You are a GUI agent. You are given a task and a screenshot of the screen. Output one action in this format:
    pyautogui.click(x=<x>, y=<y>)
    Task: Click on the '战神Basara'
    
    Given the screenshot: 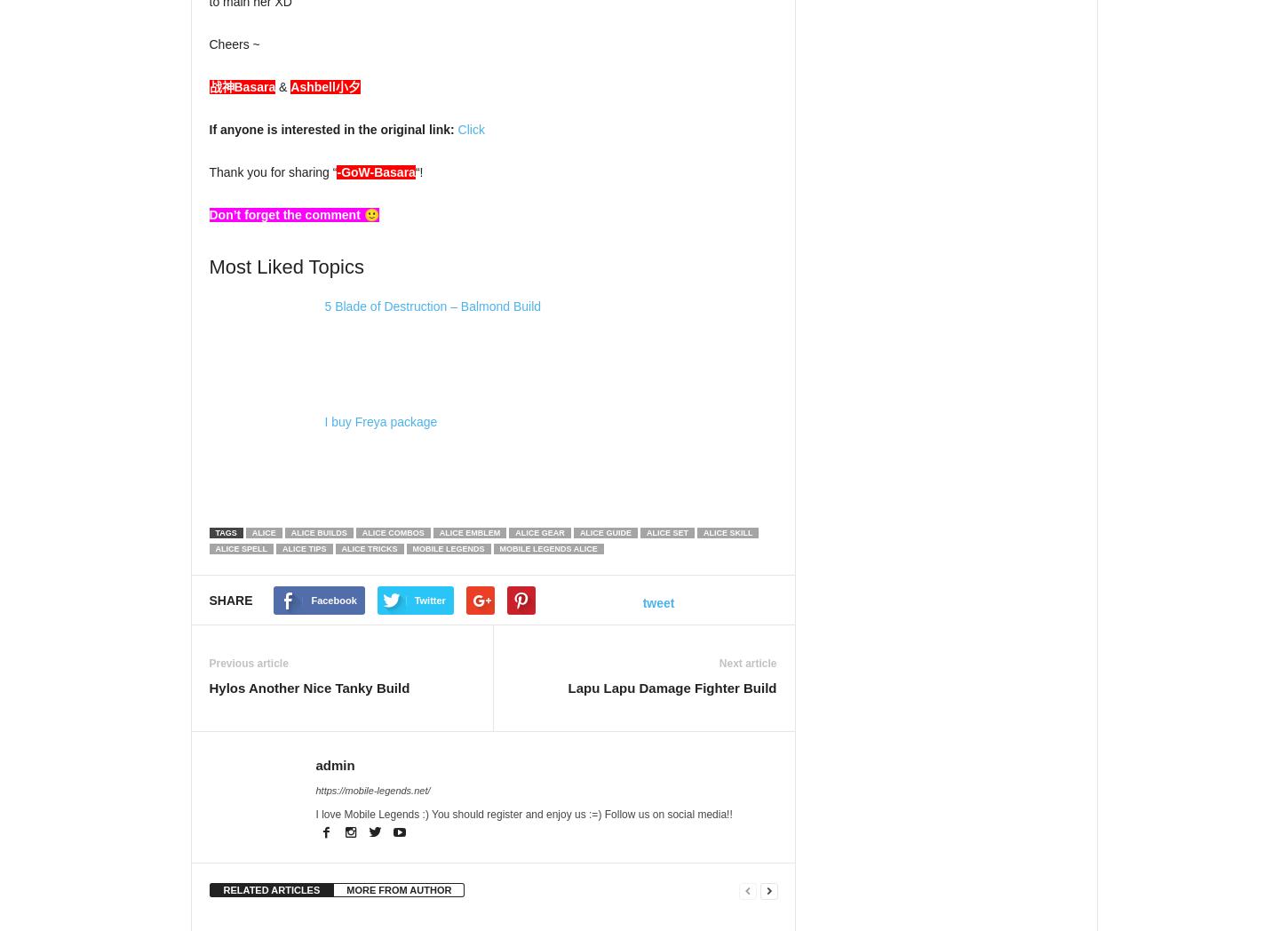 What is the action you would take?
    pyautogui.click(x=242, y=85)
    